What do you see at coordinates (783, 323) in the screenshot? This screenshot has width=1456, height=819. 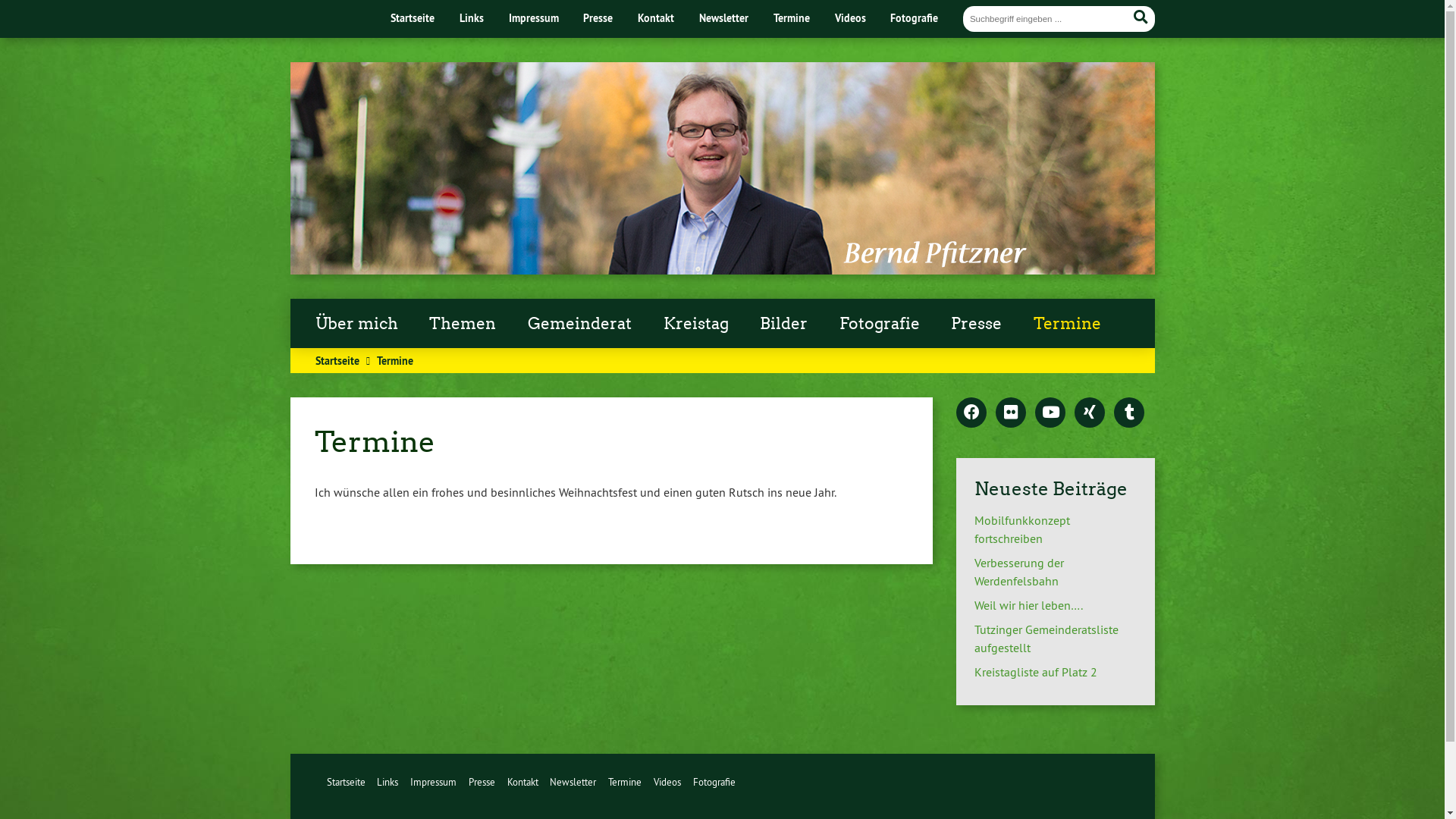 I see `'Bilder'` at bounding box center [783, 323].